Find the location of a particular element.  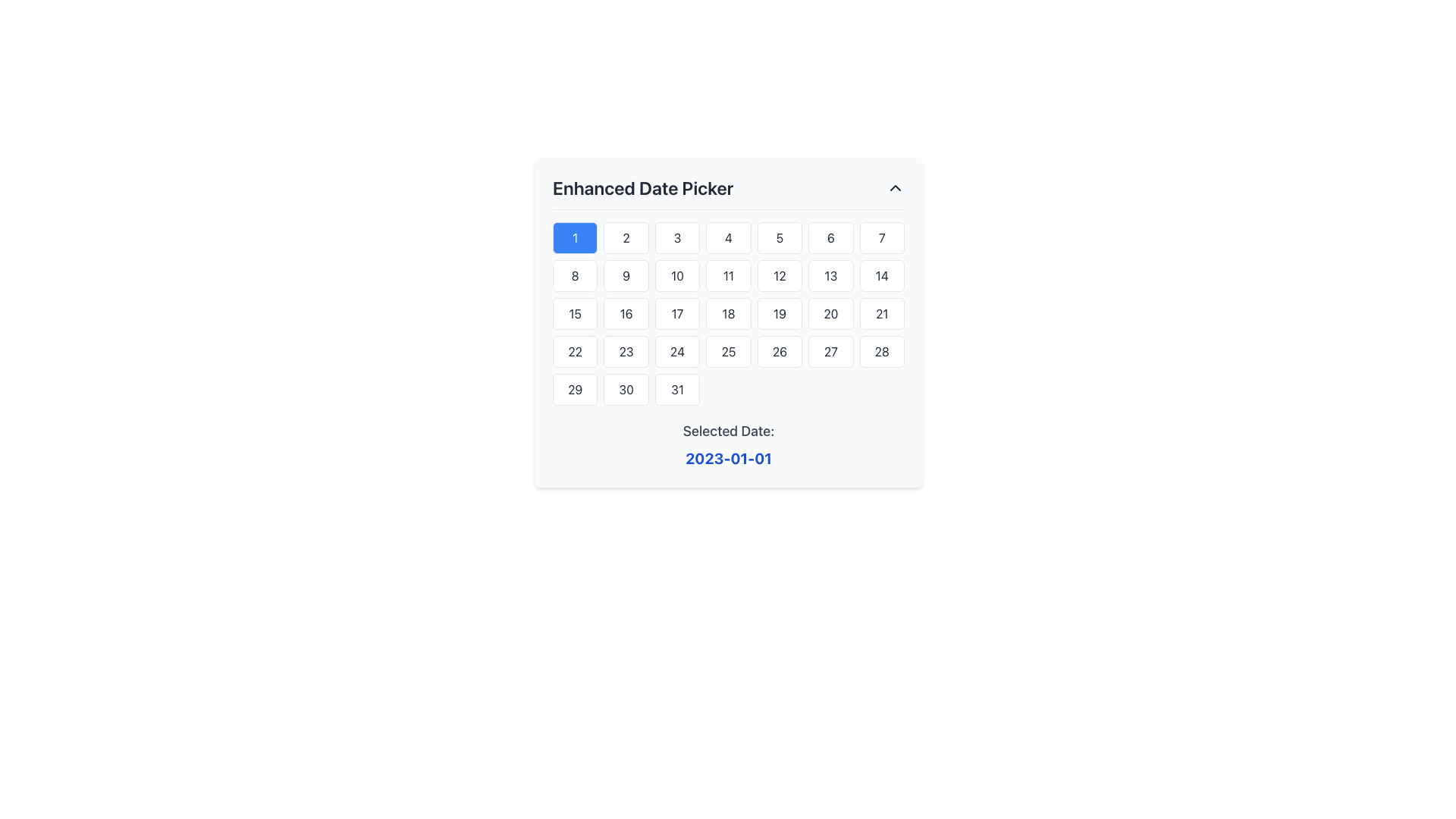

a specific day in the Date Picker UI Component, which is centered within a modal window is located at coordinates (728, 321).